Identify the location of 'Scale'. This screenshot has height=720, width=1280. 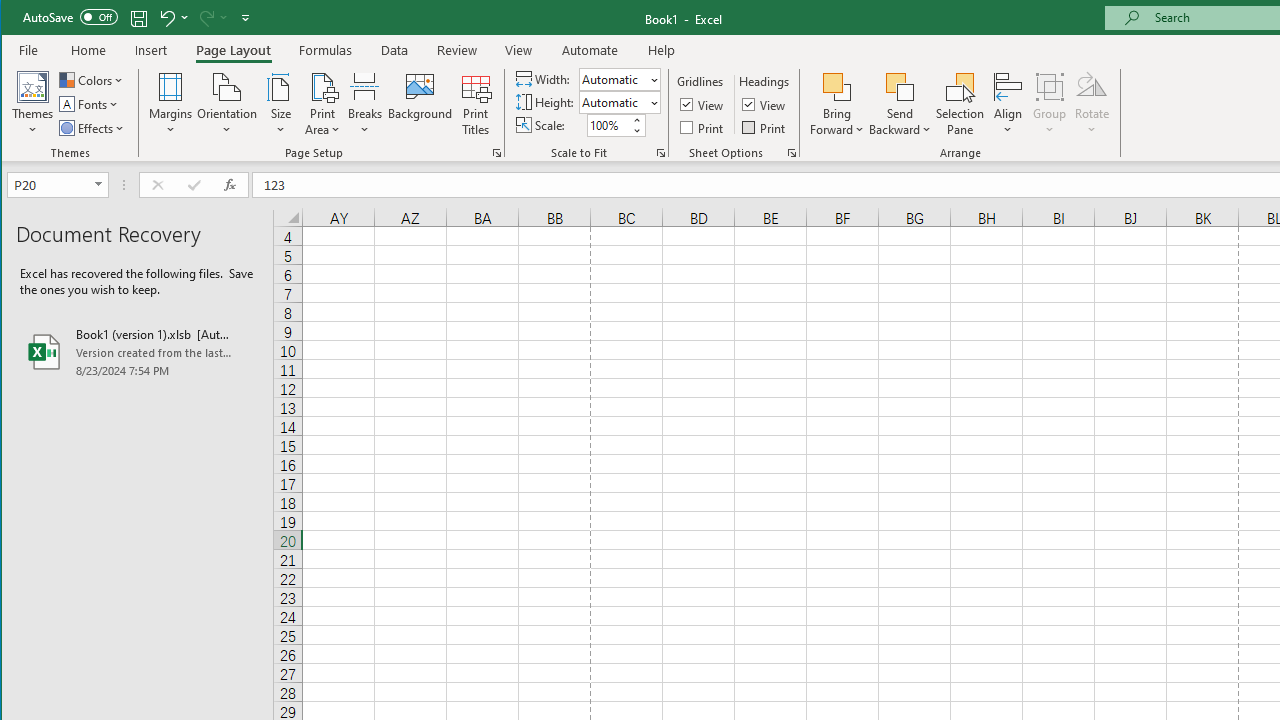
(607, 125).